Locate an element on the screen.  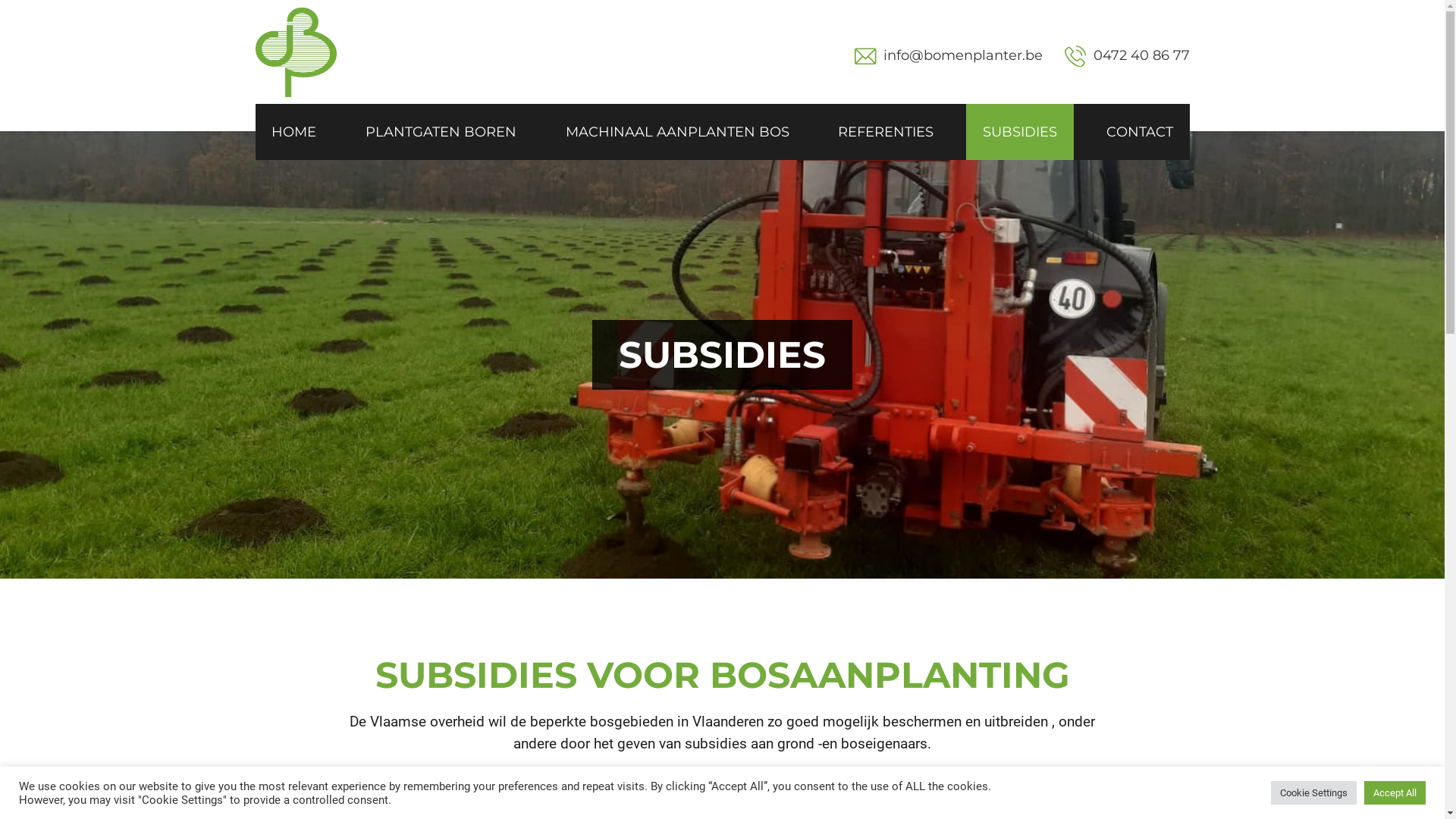
'HOME' is located at coordinates (293, 130).